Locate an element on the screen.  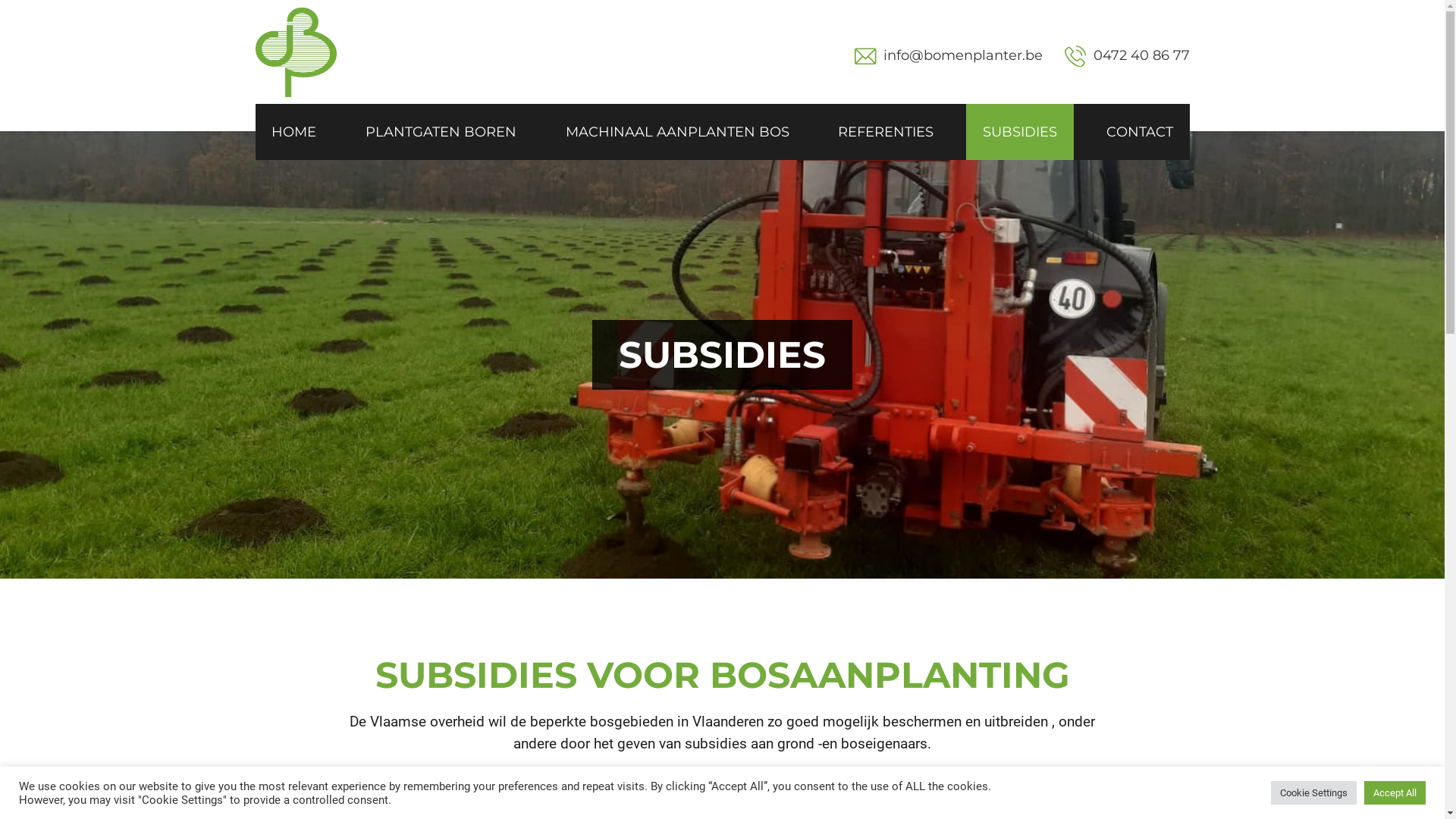
'HOME' is located at coordinates (293, 130).